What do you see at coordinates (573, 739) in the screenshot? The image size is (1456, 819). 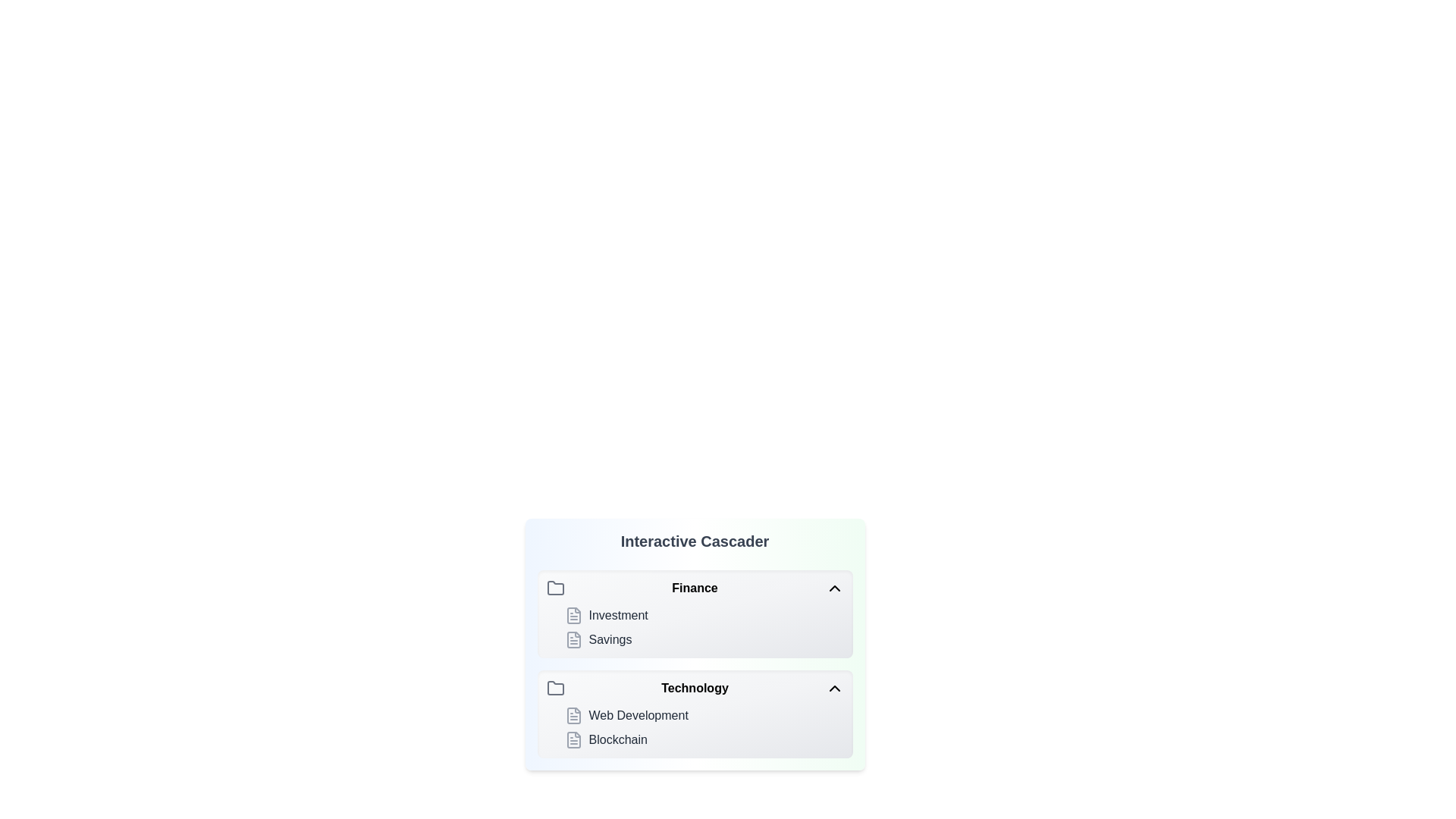 I see `the document icon styled in gray, located to the left of the text 'Blockchain' in the 'Technology' section of the second collapsible group under 'Interactive Cascader'` at bounding box center [573, 739].